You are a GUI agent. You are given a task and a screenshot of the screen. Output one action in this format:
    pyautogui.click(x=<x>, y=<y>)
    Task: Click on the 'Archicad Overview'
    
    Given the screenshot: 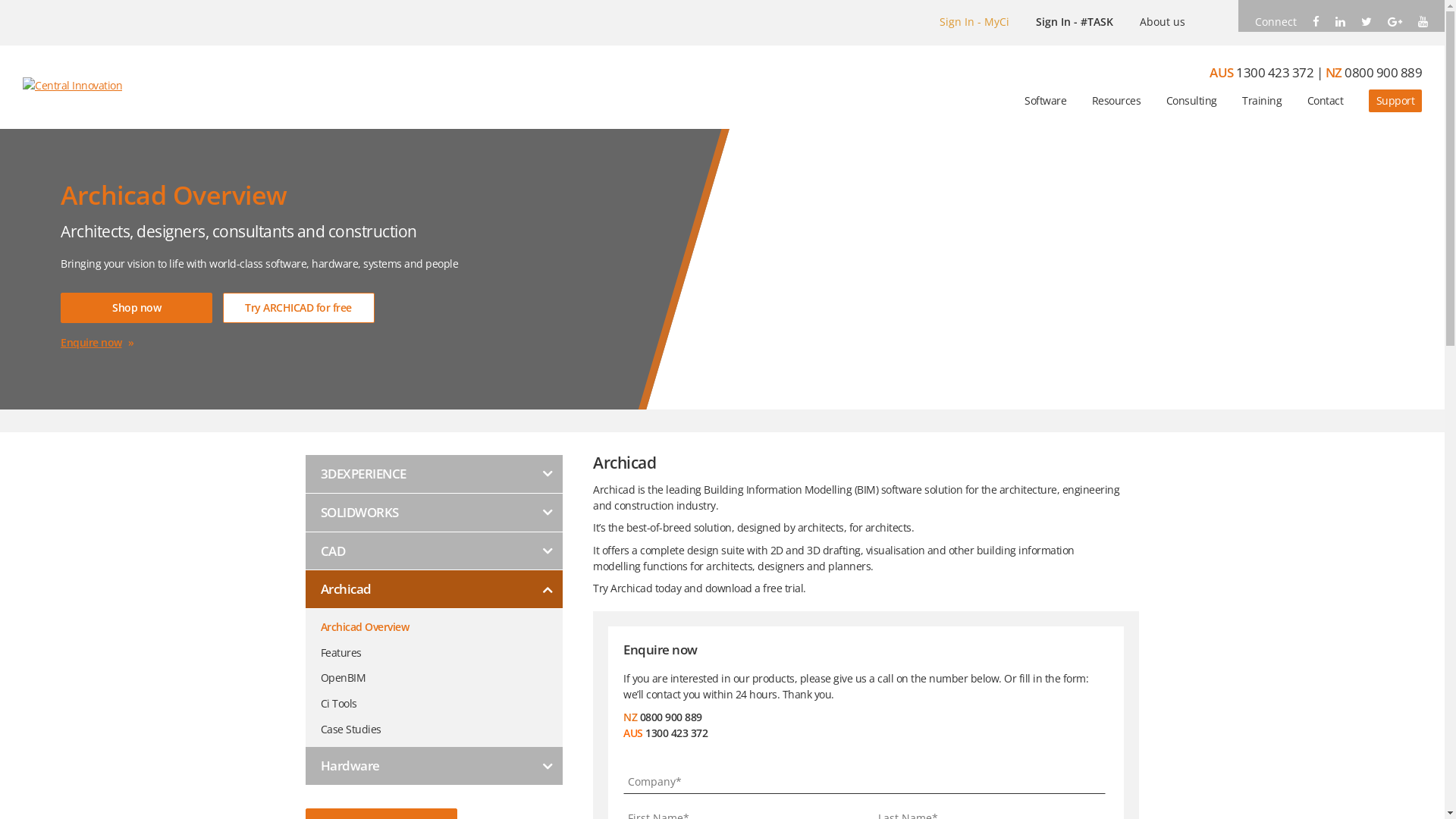 What is the action you would take?
    pyautogui.click(x=440, y=622)
    